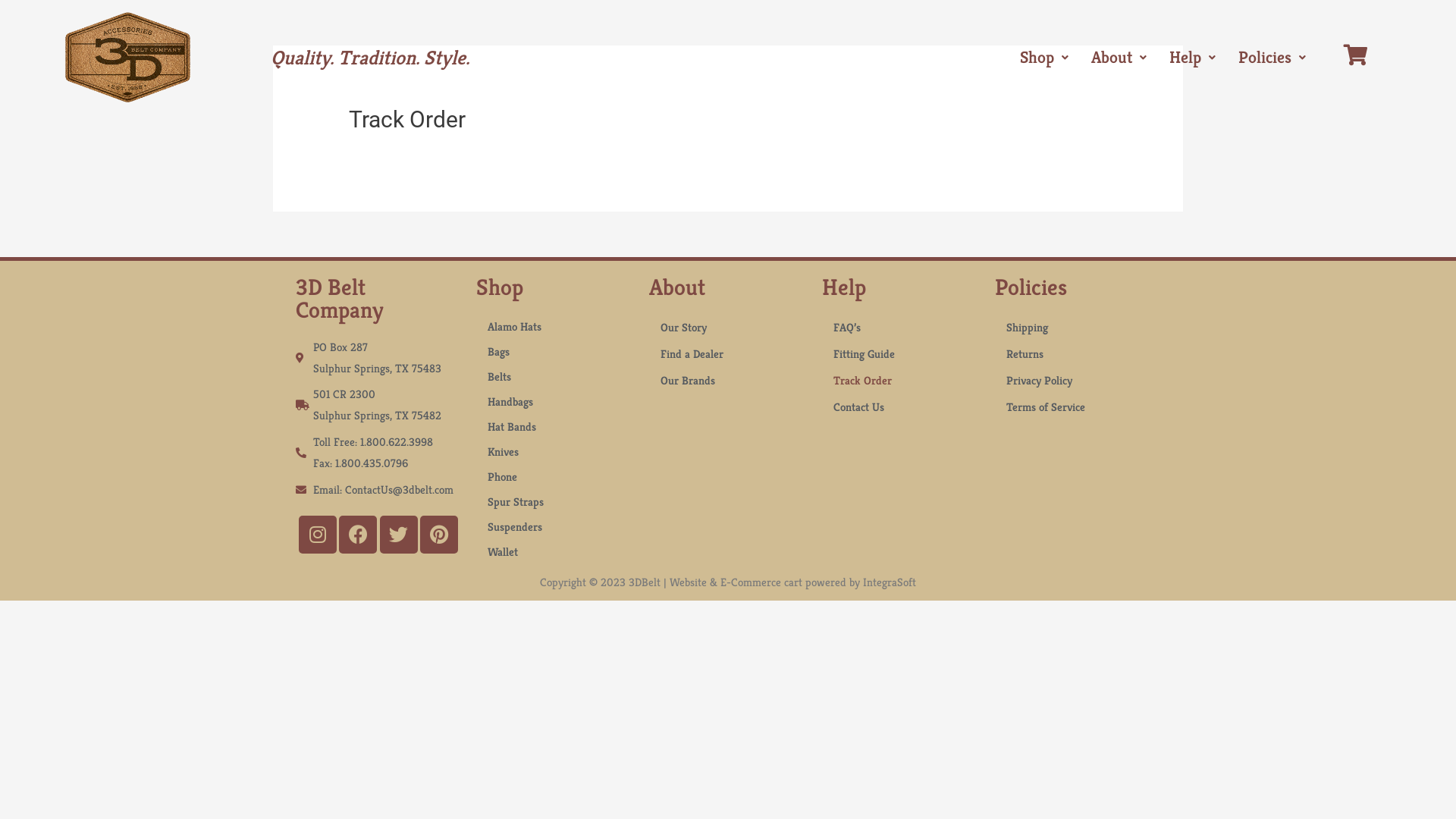 This screenshot has height=819, width=1456. Describe the element at coordinates (994, 406) in the screenshot. I see `'Terms of Service'` at that location.